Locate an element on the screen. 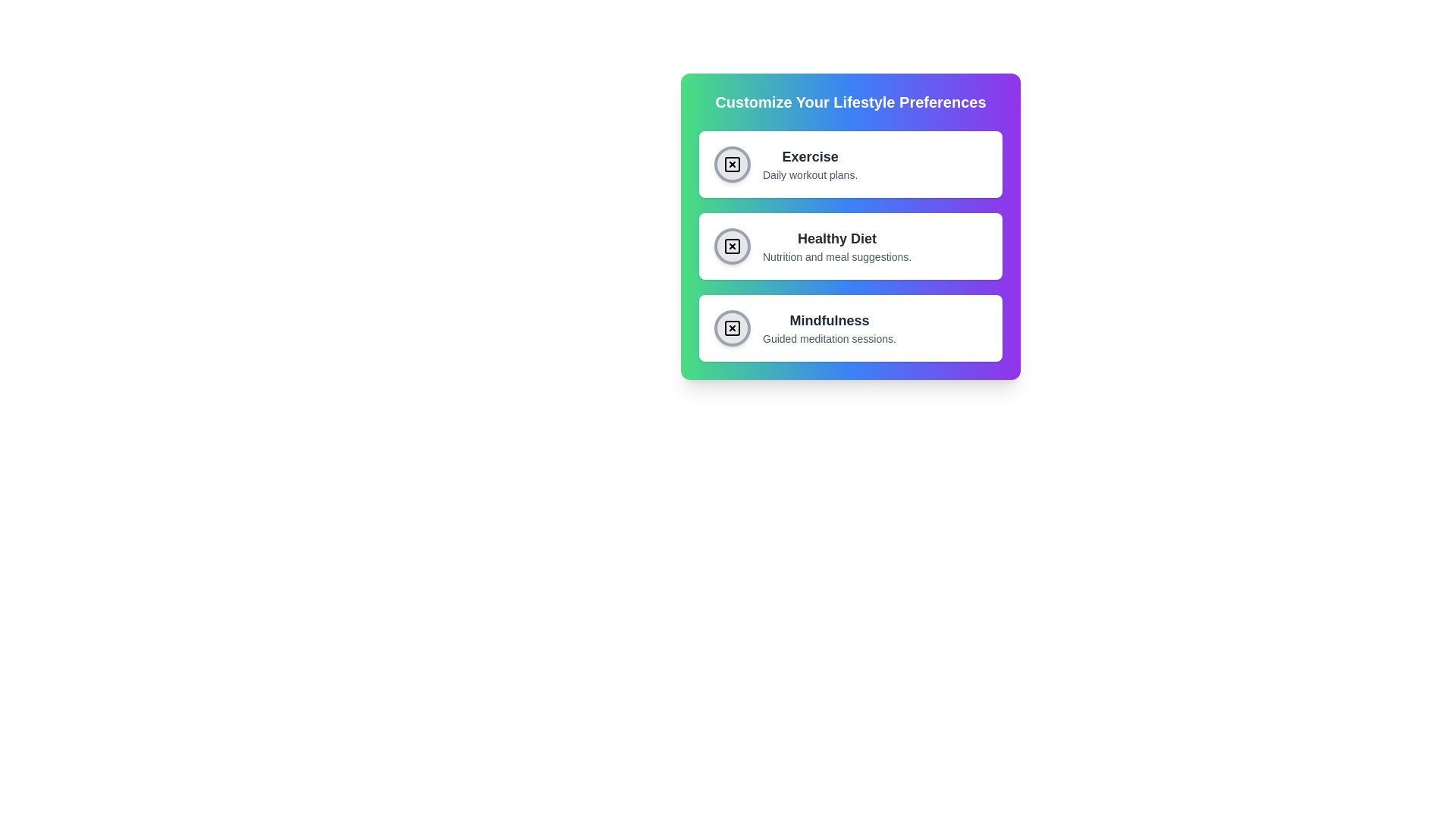  the dismiss or close icon located near the right edge of the 'Mindfulness' option is located at coordinates (732, 327).